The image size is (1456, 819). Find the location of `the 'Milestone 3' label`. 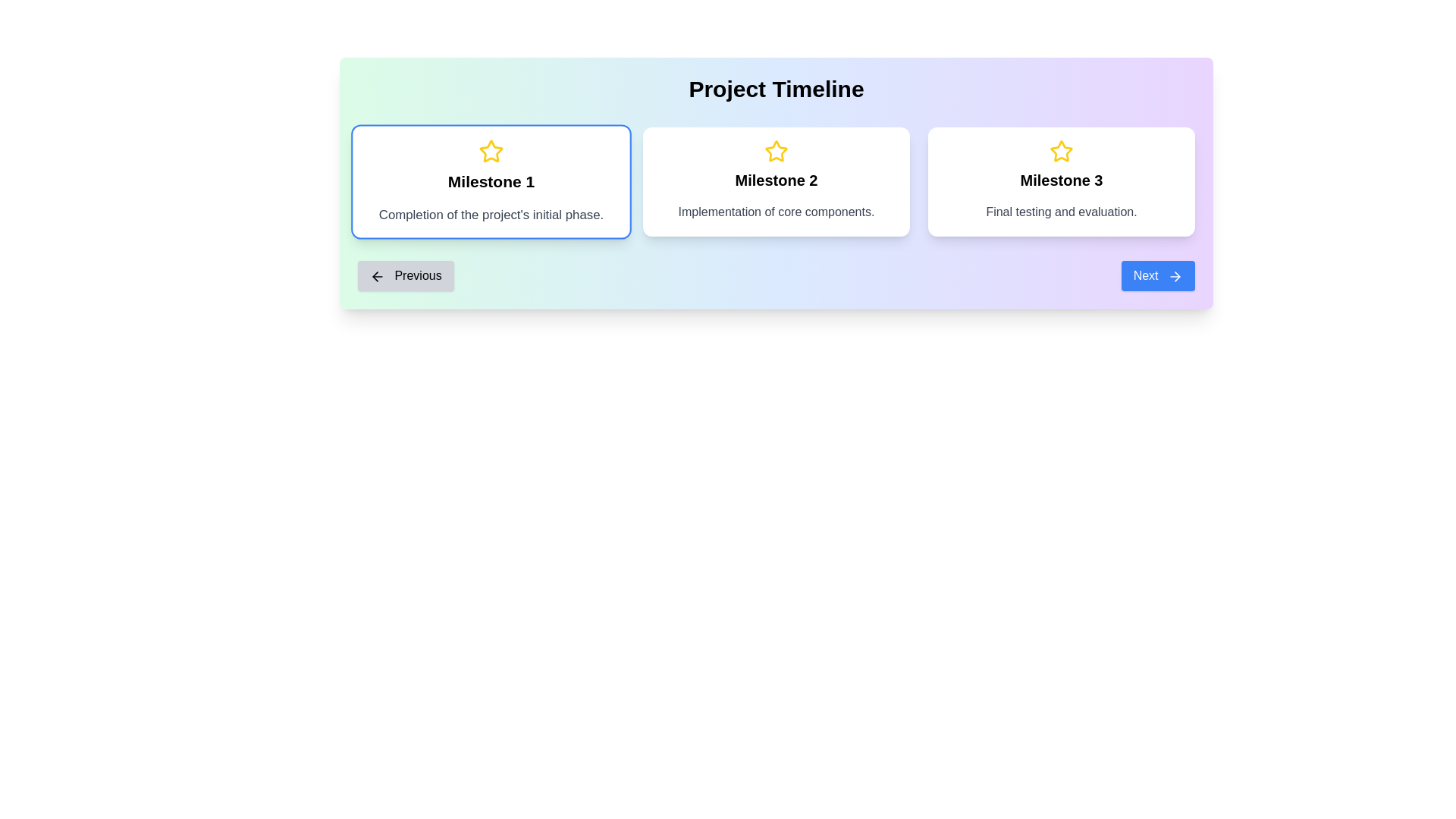

the 'Milestone 3' label is located at coordinates (1061, 180).